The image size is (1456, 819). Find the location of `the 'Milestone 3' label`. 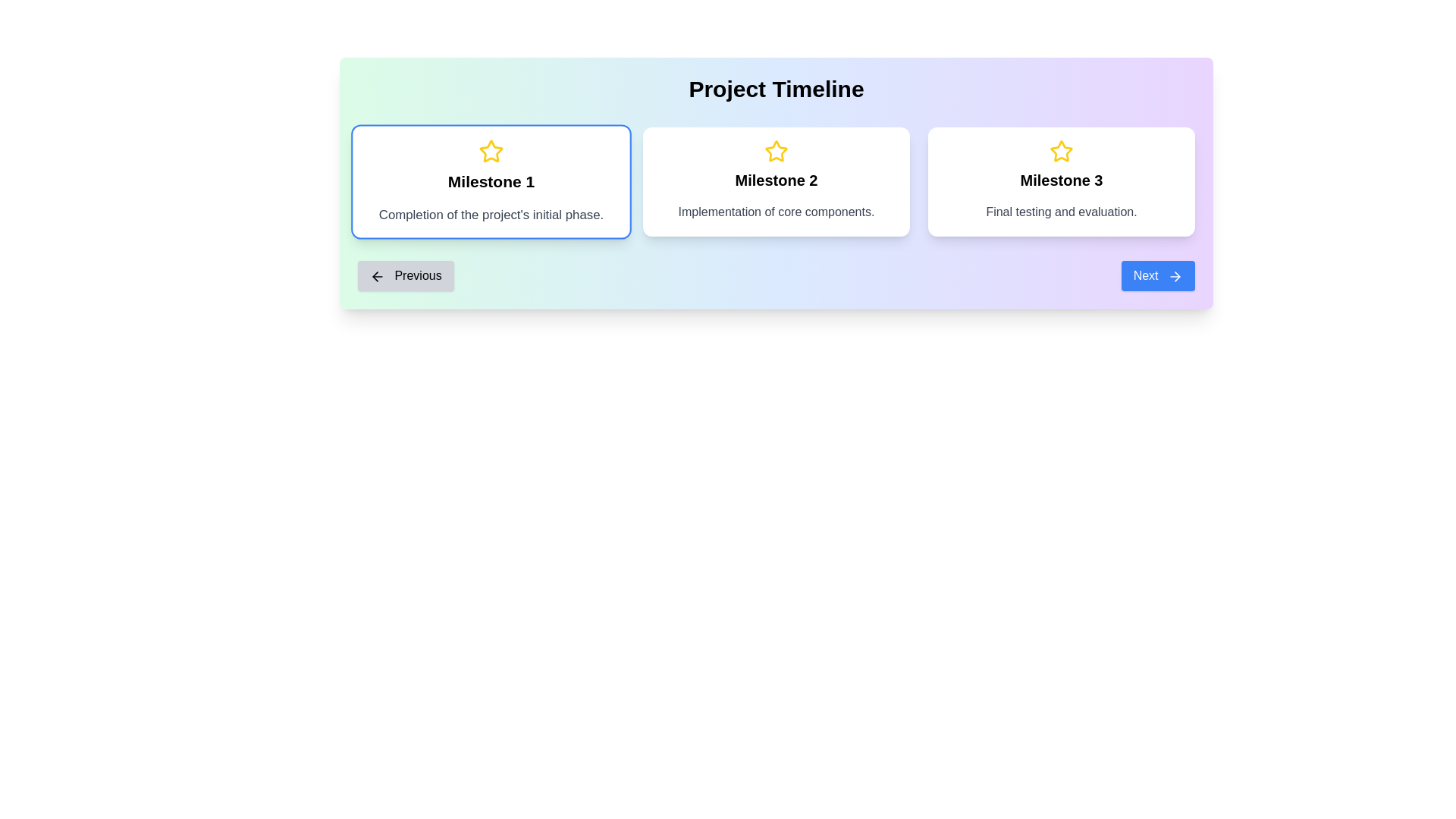

the 'Milestone 3' label is located at coordinates (1061, 180).